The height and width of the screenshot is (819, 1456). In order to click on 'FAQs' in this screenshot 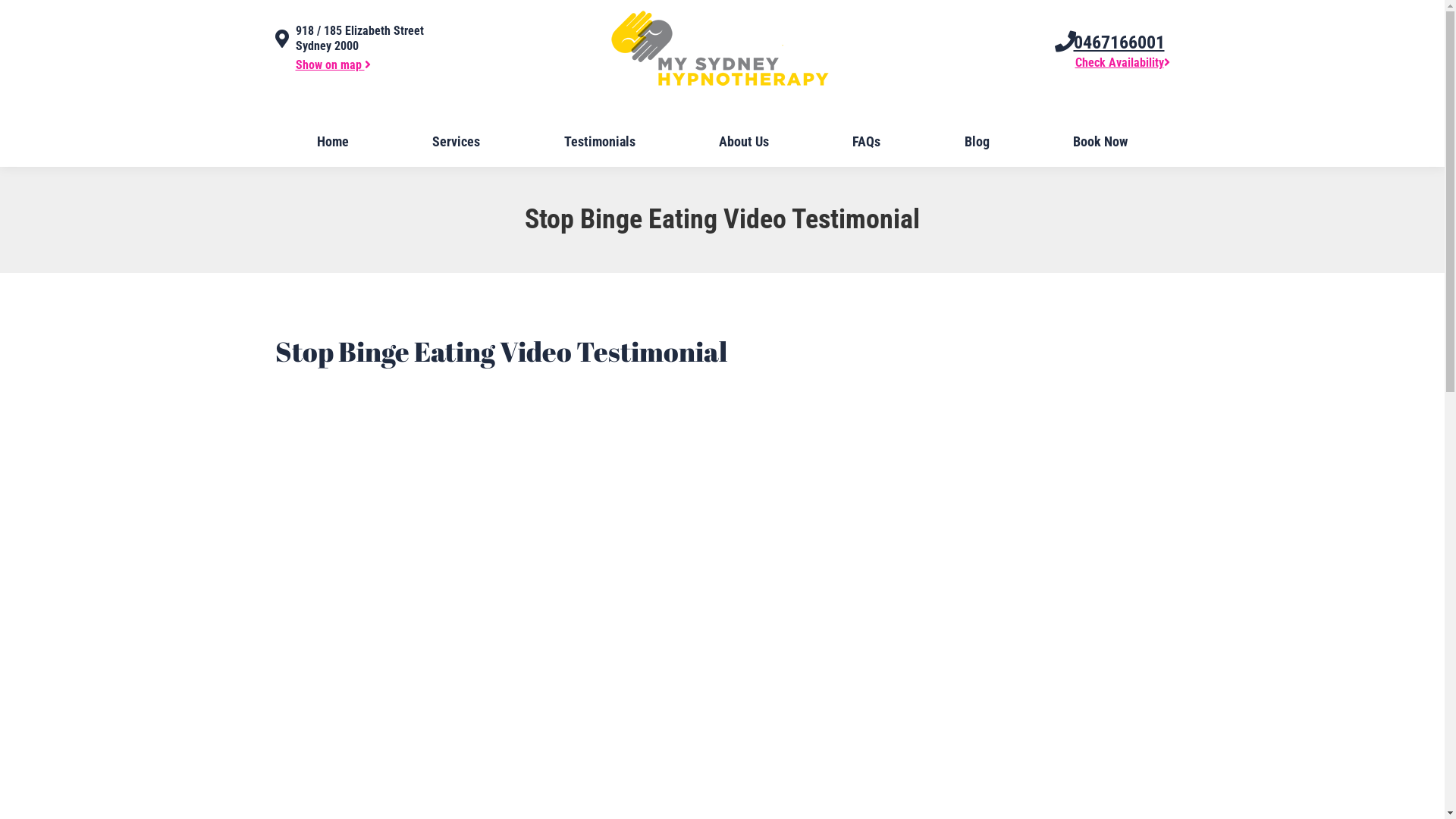, I will do `click(811, 141)`.